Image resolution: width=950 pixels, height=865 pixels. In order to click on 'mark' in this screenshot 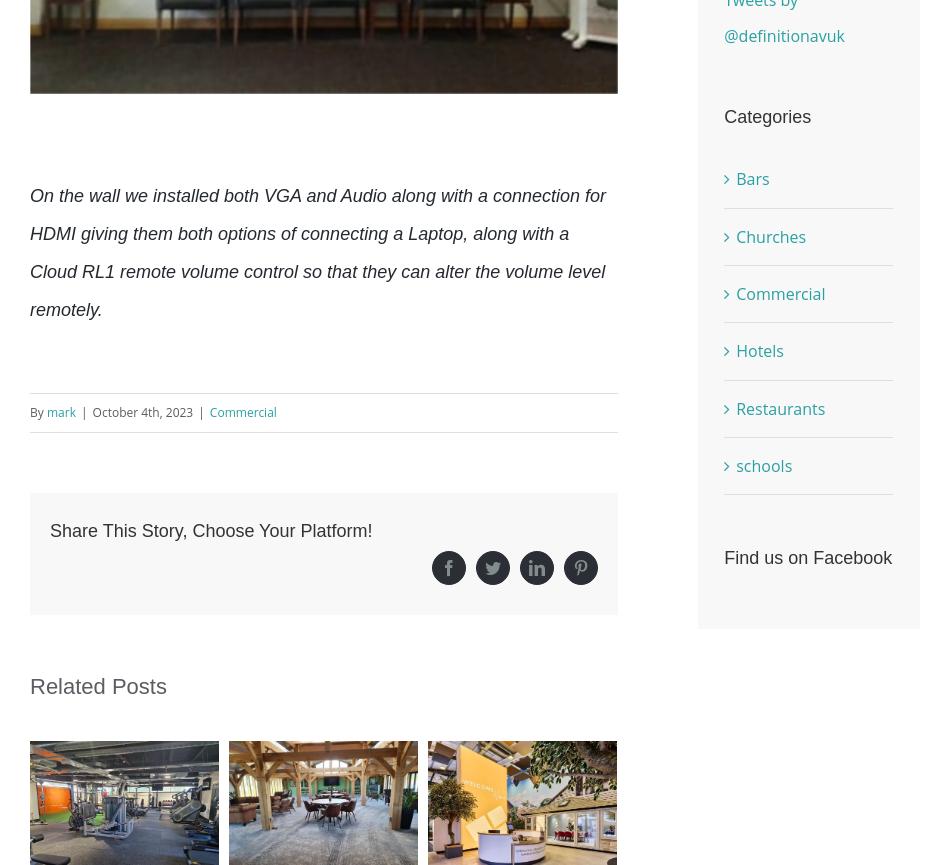, I will do `click(60, 412)`.